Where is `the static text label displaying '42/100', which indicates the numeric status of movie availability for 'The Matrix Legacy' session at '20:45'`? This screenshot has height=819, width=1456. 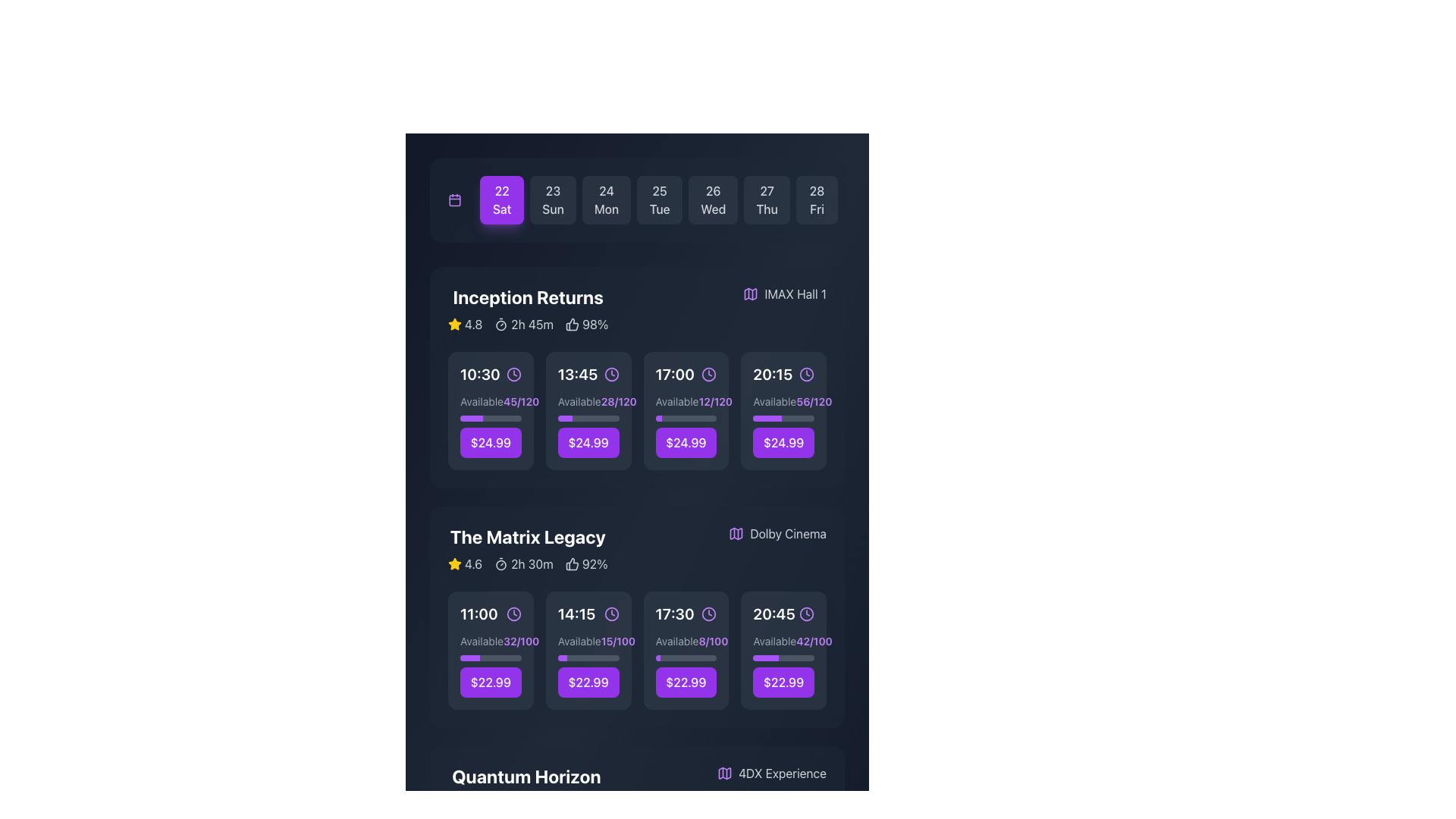
the static text label displaying '42/100', which indicates the numeric status of movie availability for 'The Matrix Legacy' session at '20:45' is located at coordinates (814, 641).